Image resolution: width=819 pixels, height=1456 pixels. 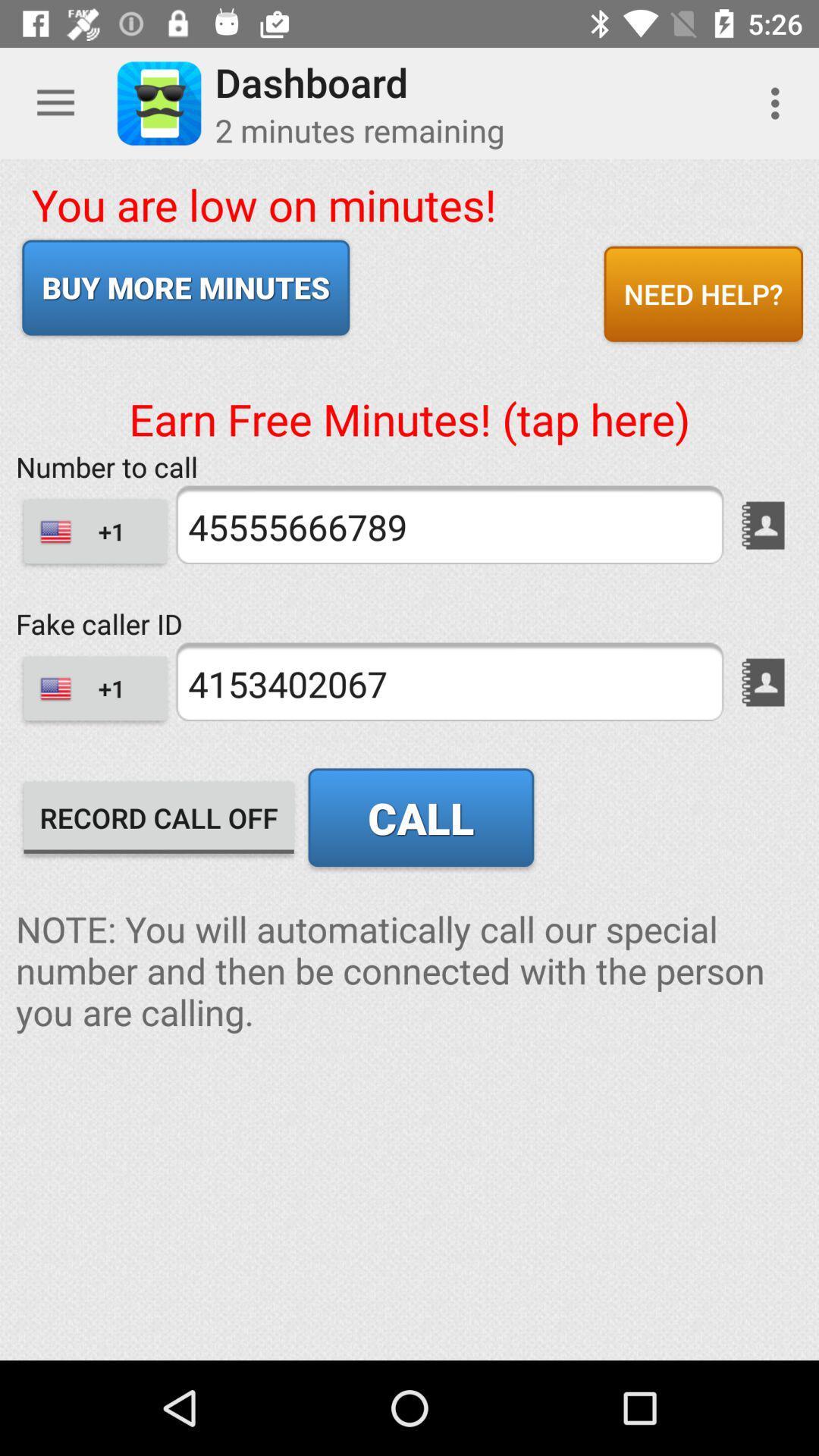 What do you see at coordinates (763, 682) in the screenshot?
I see `a phone number from your address book` at bounding box center [763, 682].